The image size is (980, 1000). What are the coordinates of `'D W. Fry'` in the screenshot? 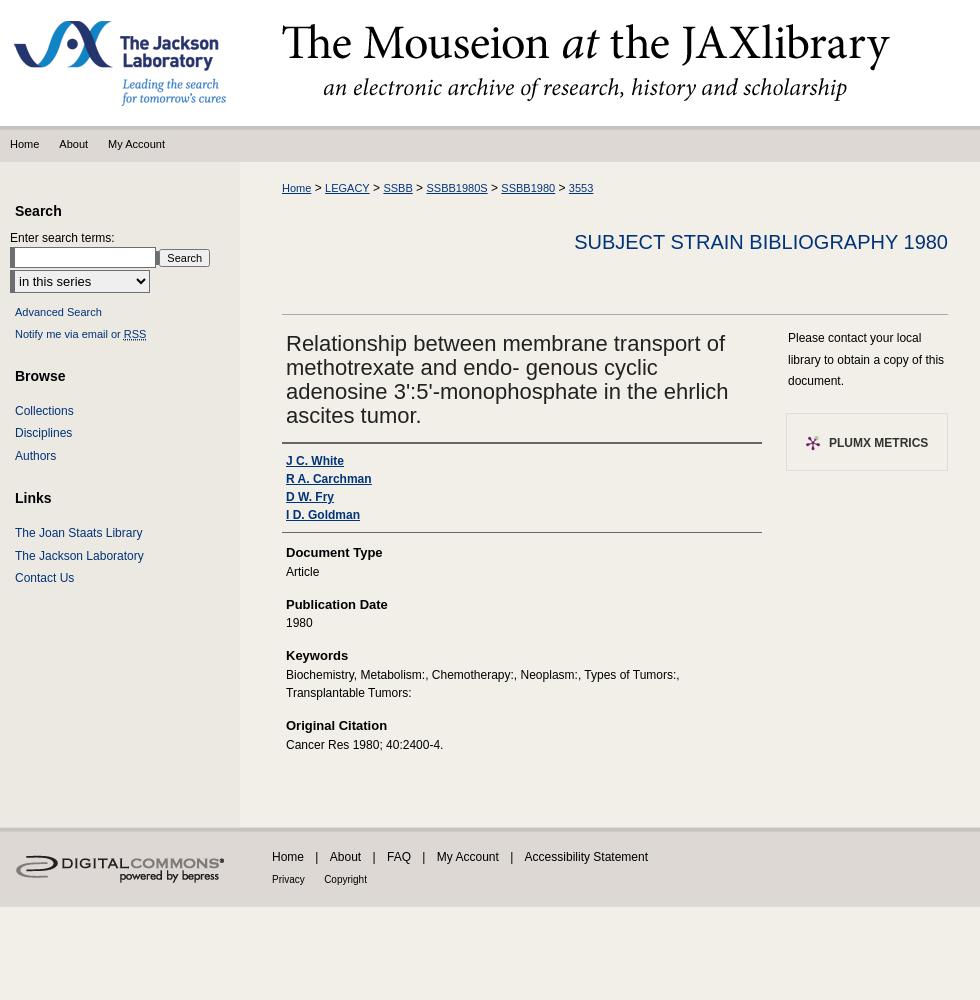 It's located at (309, 496).